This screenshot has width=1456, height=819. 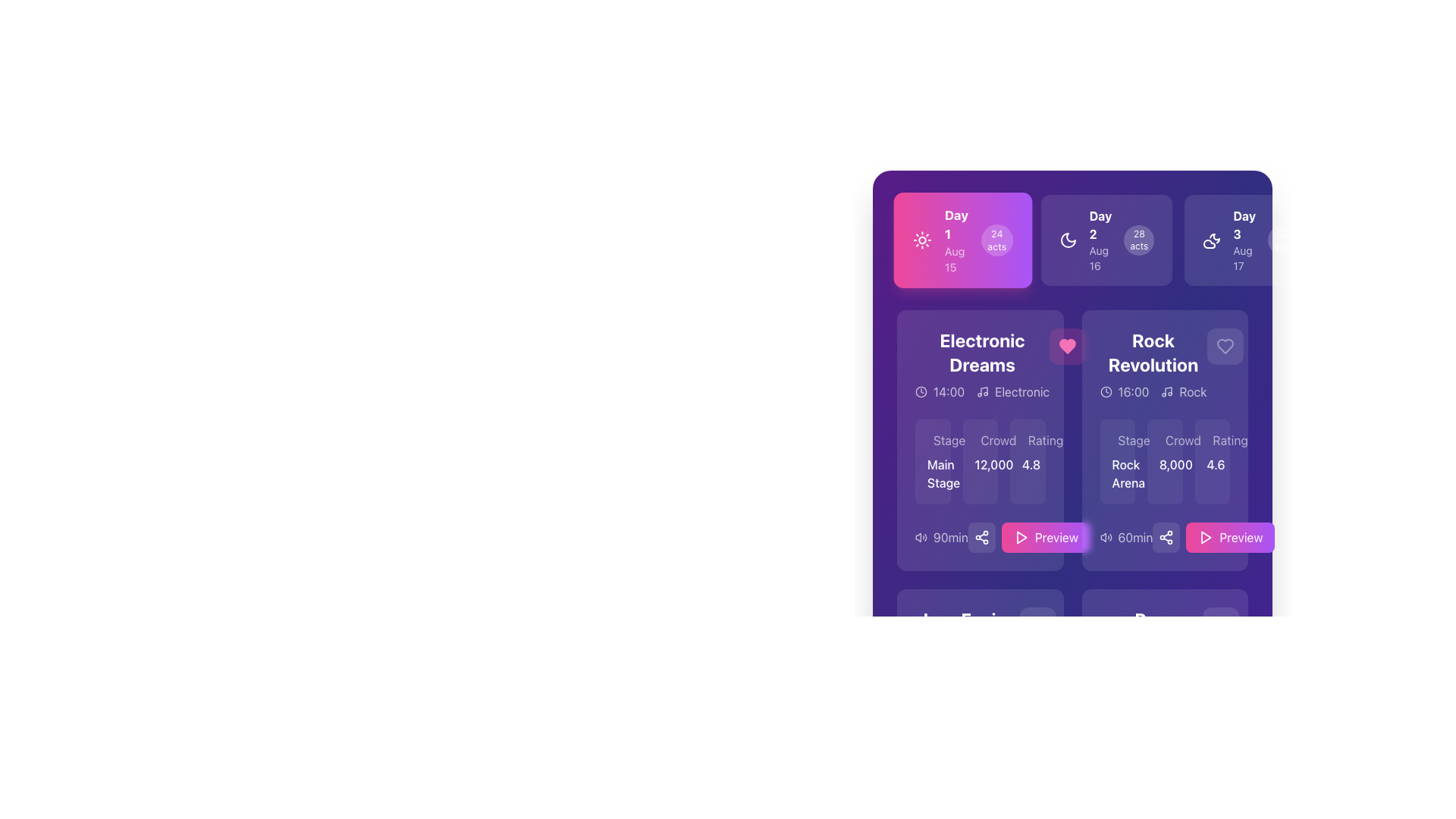 I want to click on the share button located in the bottom row of the 'Electronic Dreams' card, positioned between the duration label and the 'Preview' button, so click(x=981, y=537).